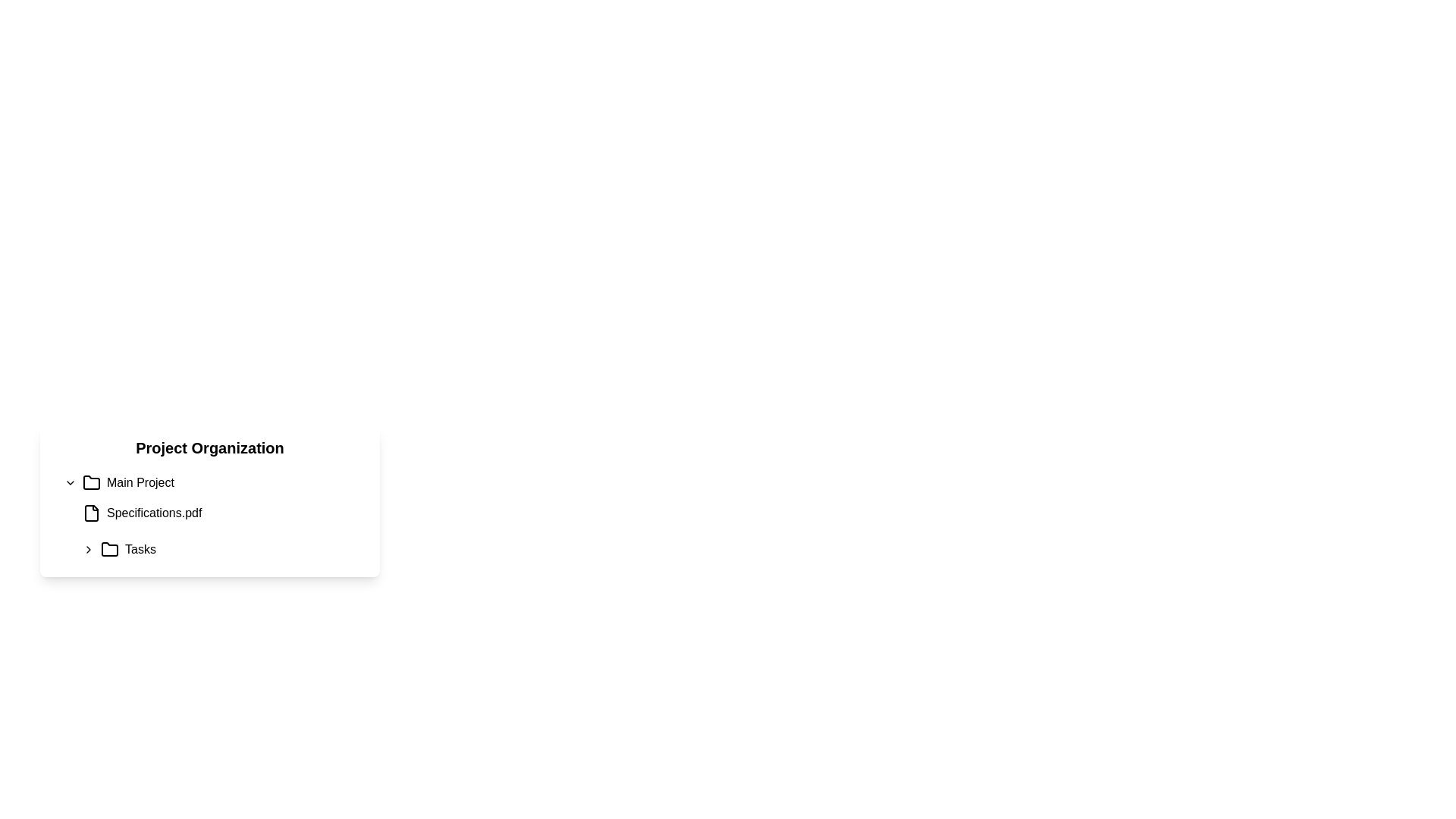 This screenshot has width=1456, height=819. What do you see at coordinates (108, 550) in the screenshot?
I see `the folder icon that represents the 'Tasks' item, located between the chevron icon and the text 'Tasks'` at bounding box center [108, 550].